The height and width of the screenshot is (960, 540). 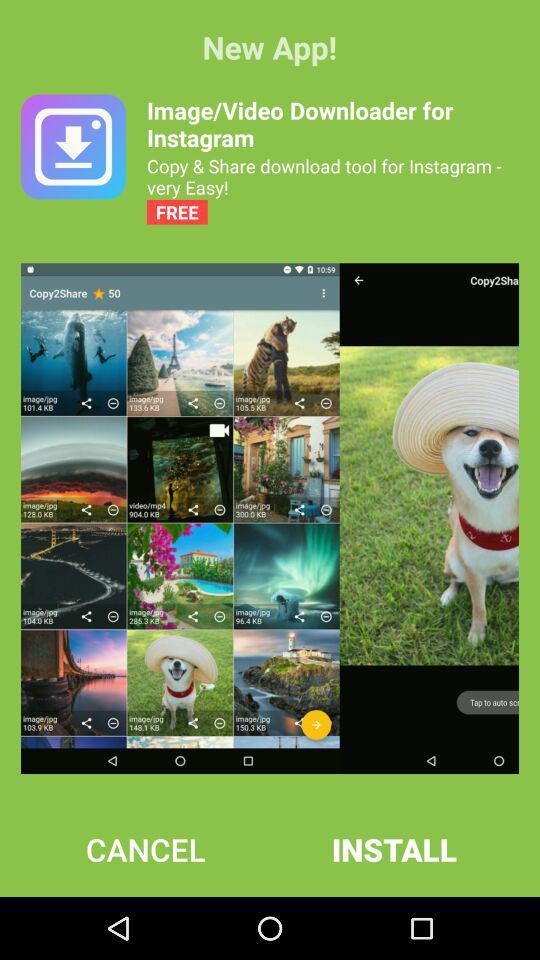 What do you see at coordinates (144, 848) in the screenshot?
I see `the item to the left of install` at bounding box center [144, 848].